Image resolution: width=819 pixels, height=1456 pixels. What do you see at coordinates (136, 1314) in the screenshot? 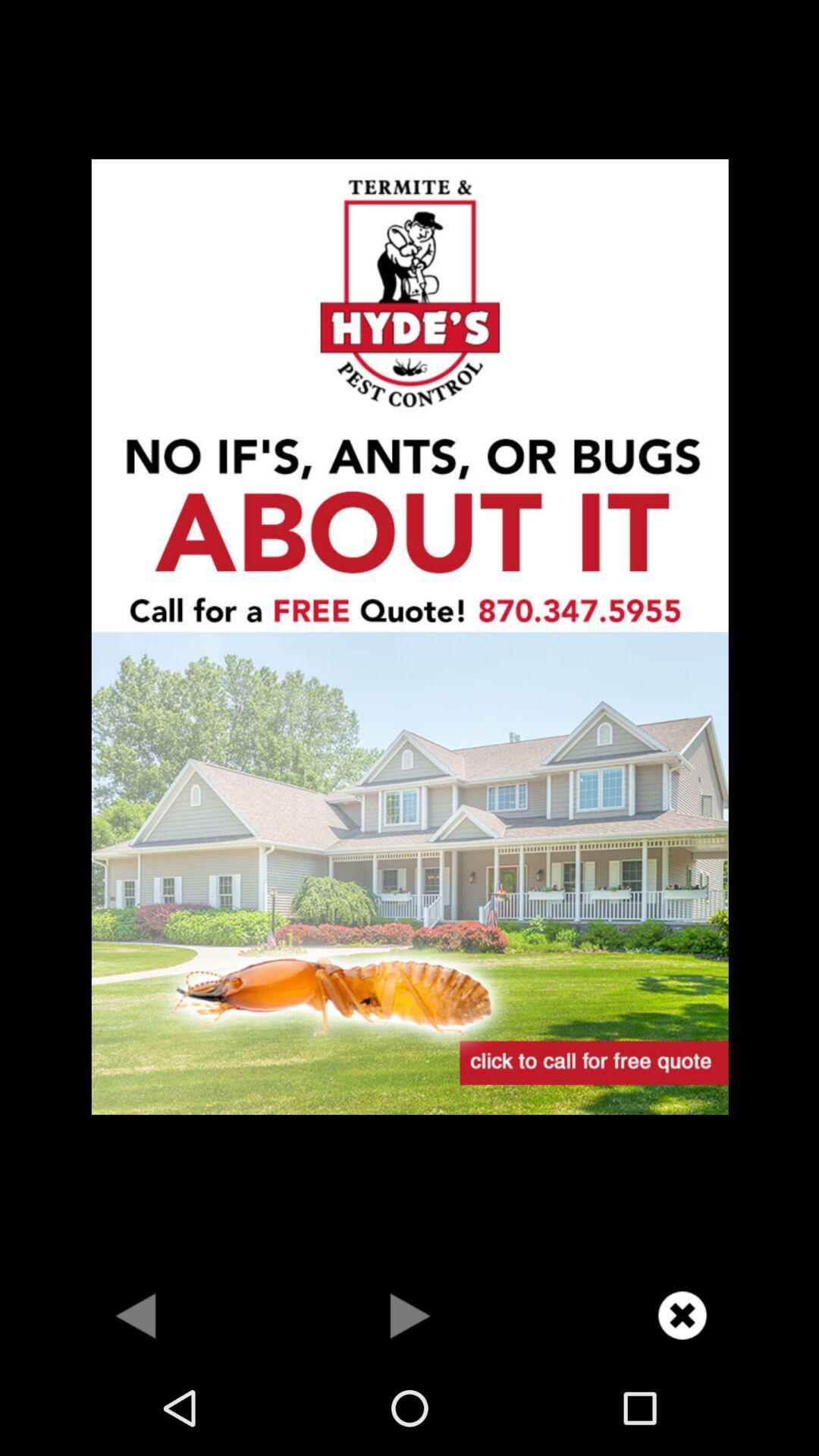
I see `go back` at bounding box center [136, 1314].